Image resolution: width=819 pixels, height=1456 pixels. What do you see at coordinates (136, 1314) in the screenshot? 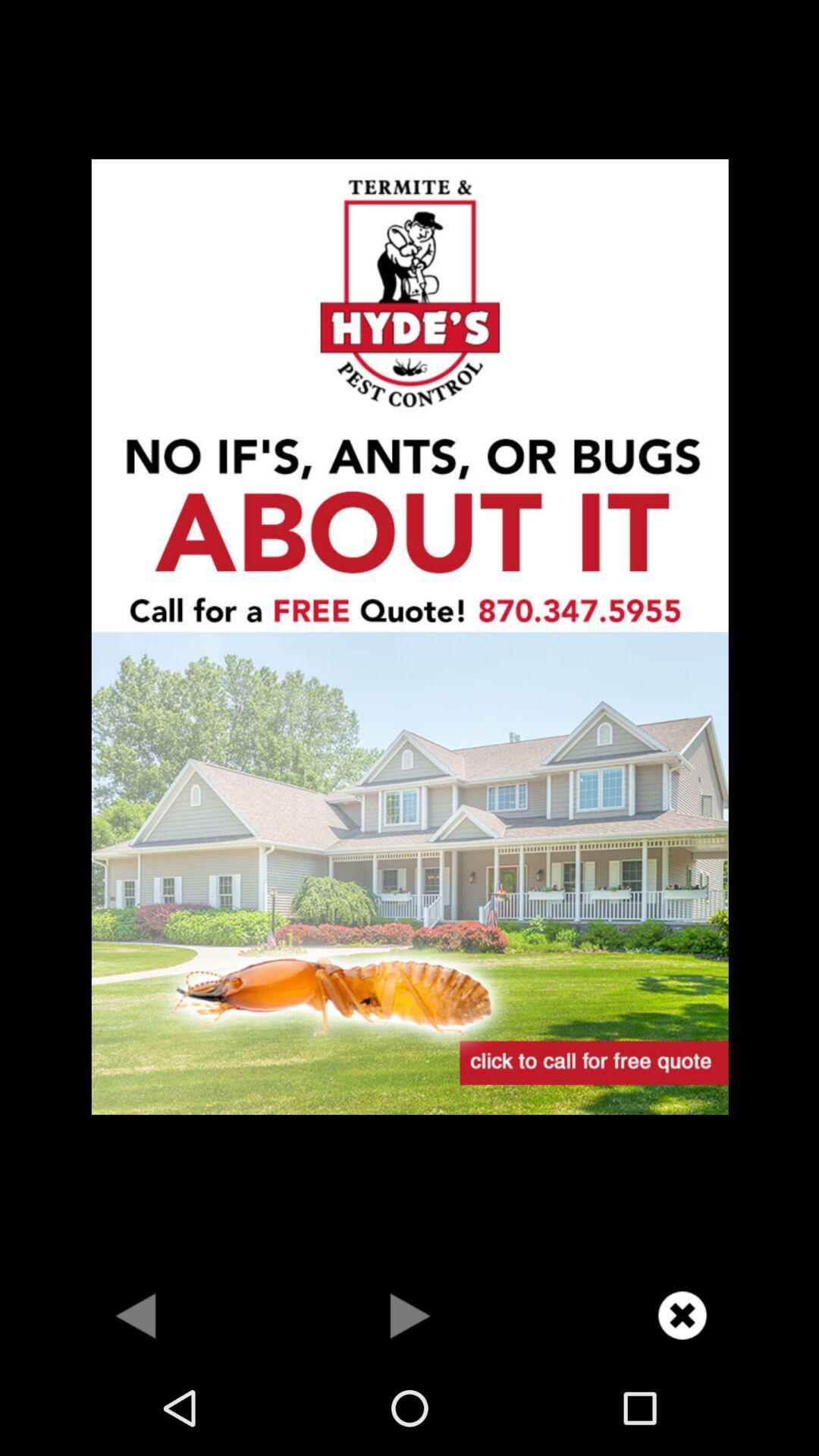
I see `go back` at bounding box center [136, 1314].